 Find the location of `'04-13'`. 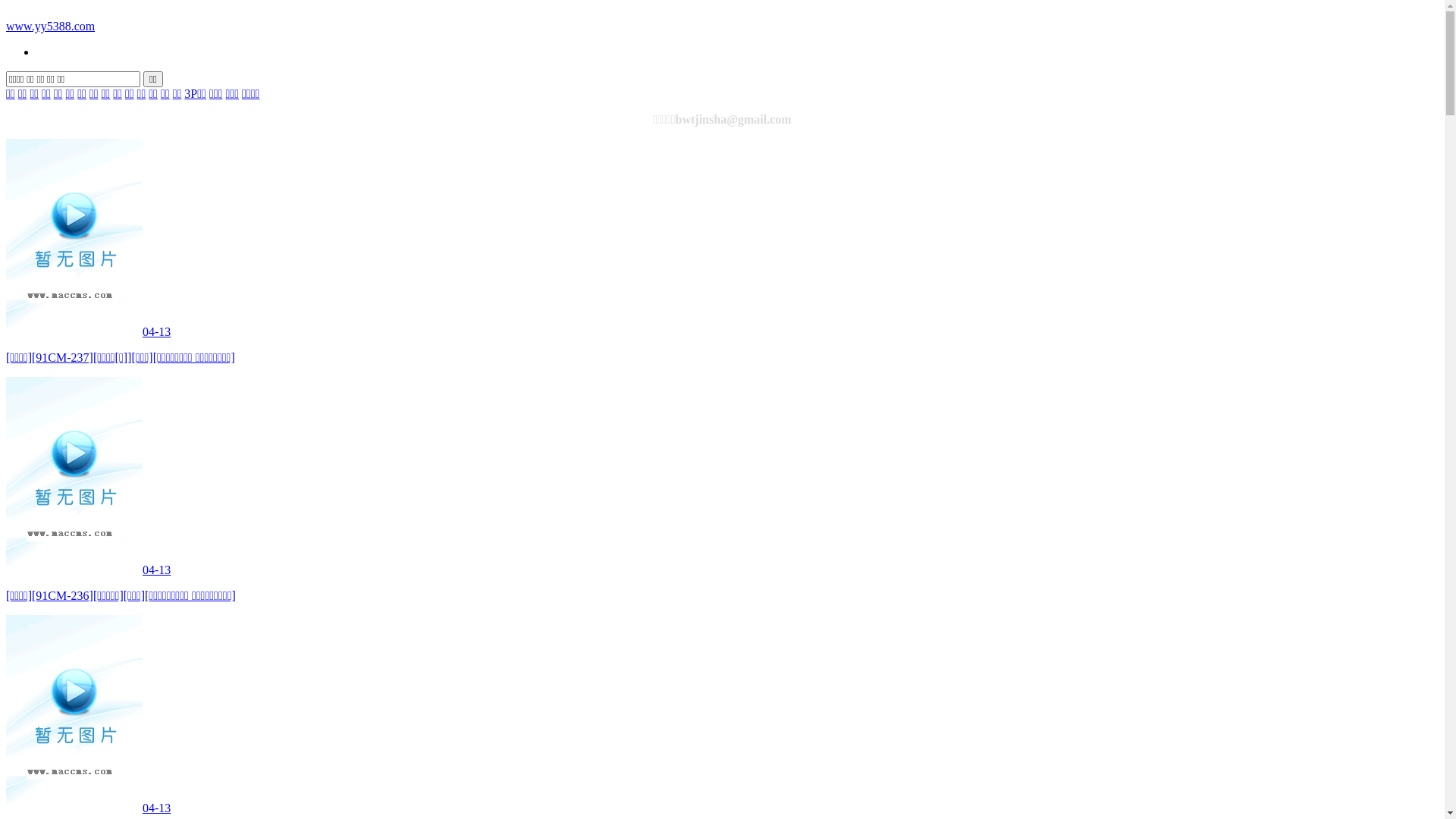

'04-13' is located at coordinates (87, 570).